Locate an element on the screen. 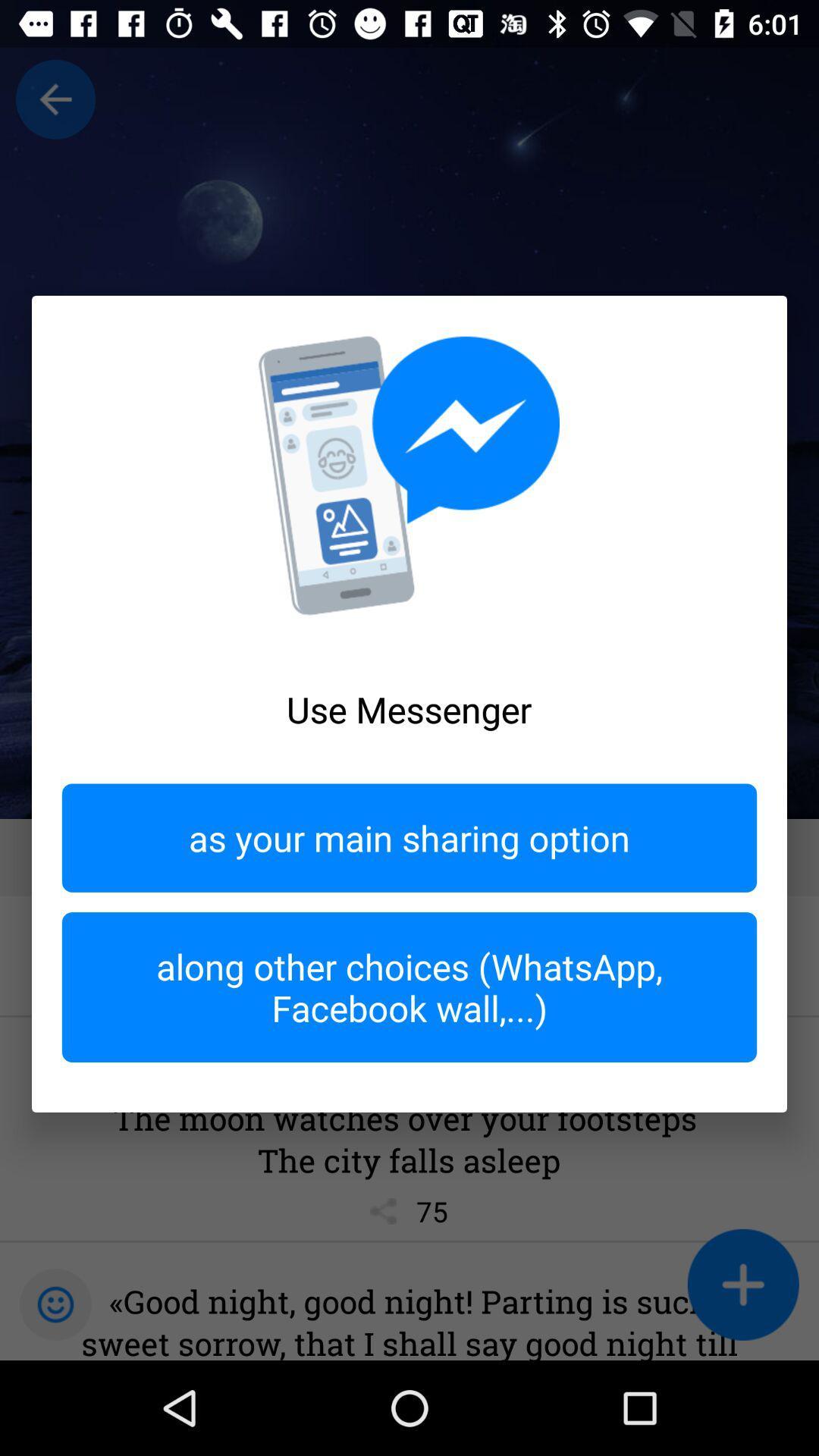  along other choices at the bottom is located at coordinates (409, 987).